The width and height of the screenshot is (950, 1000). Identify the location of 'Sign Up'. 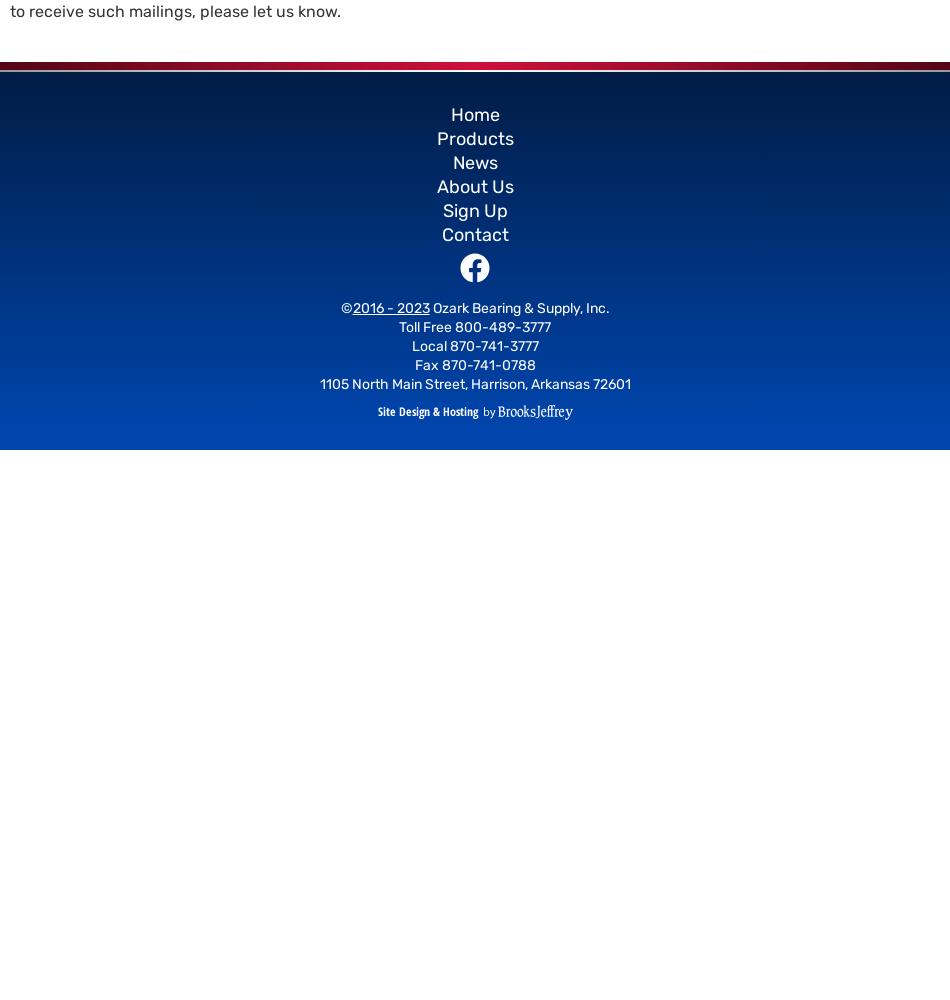
(473, 210).